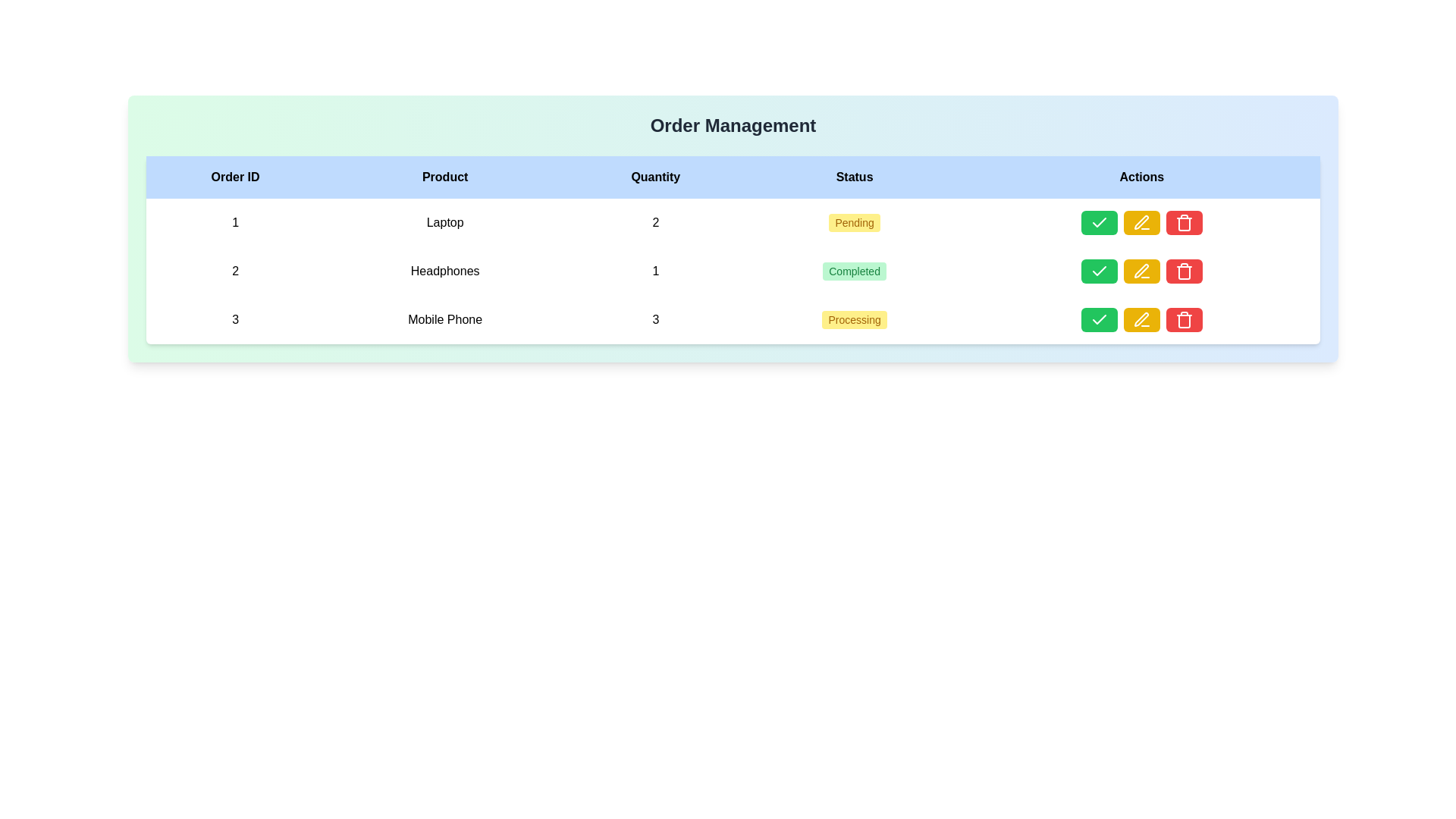  I want to click on the text label reading 'Mobile Phone' located in the 'Product' column of the table for Order ID 3, so click(444, 318).